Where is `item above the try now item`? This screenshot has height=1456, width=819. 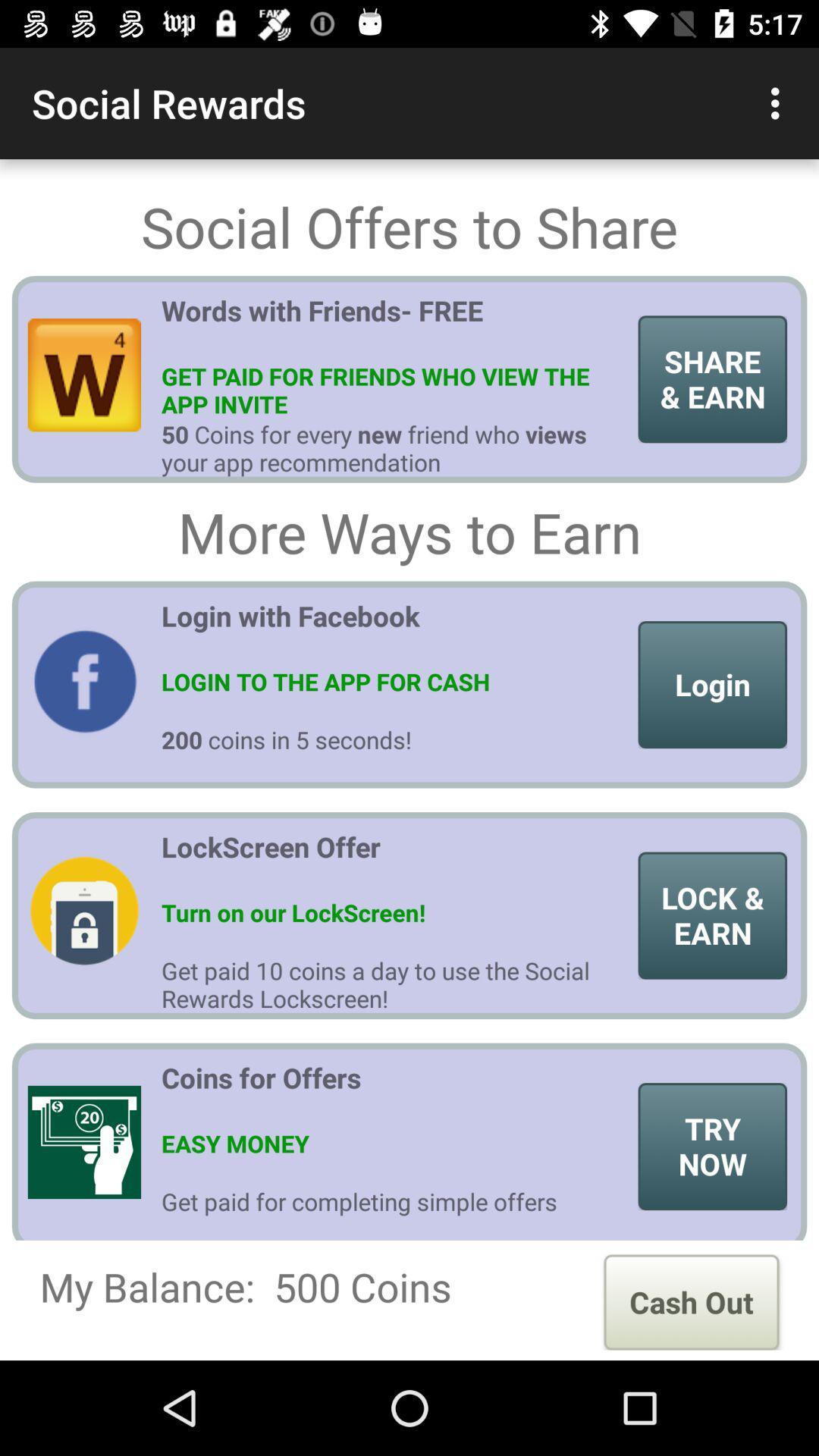
item above the try now item is located at coordinates (712, 915).